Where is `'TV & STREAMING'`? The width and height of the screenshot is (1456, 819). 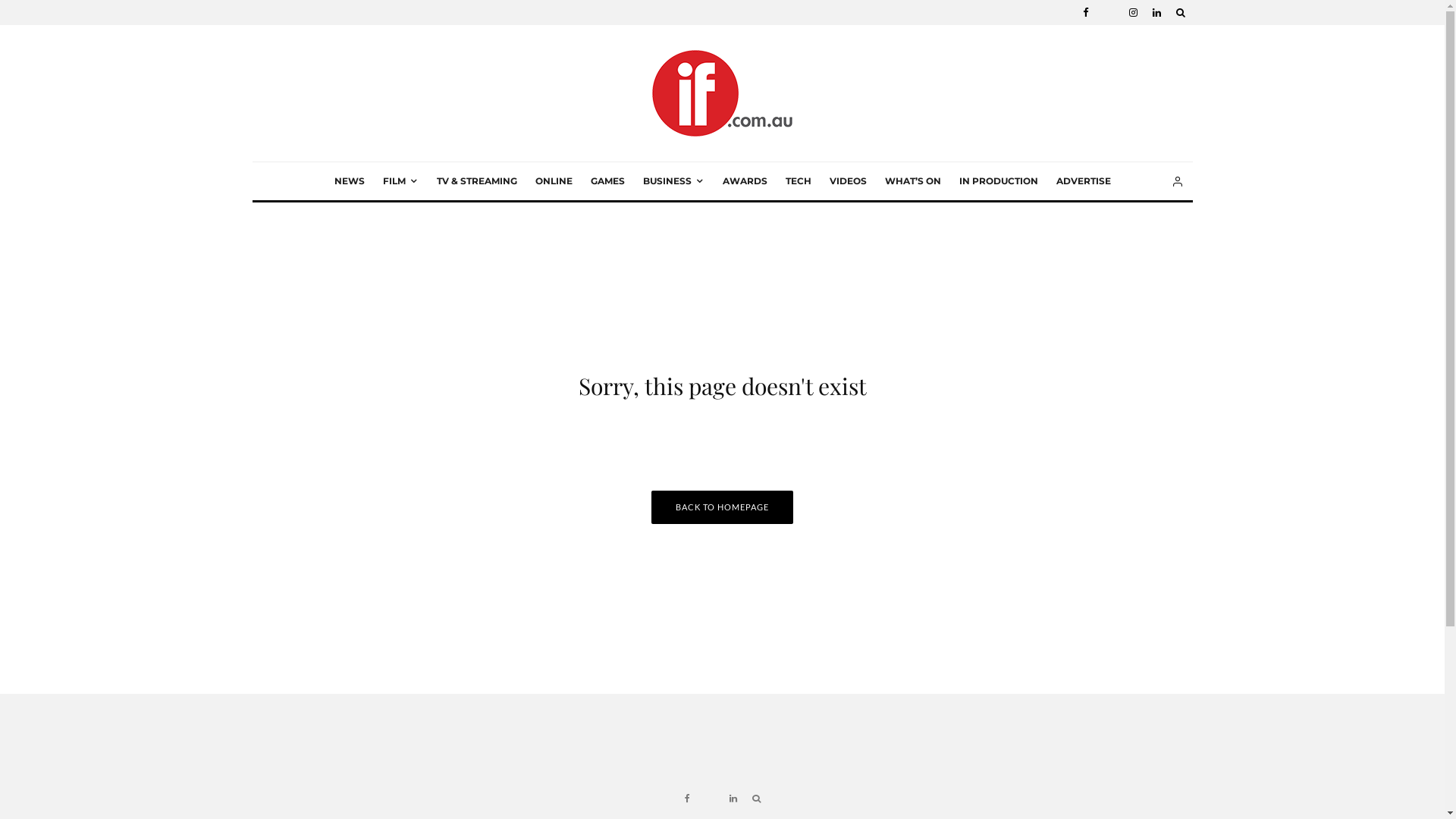 'TV & STREAMING' is located at coordinates (475, 180).